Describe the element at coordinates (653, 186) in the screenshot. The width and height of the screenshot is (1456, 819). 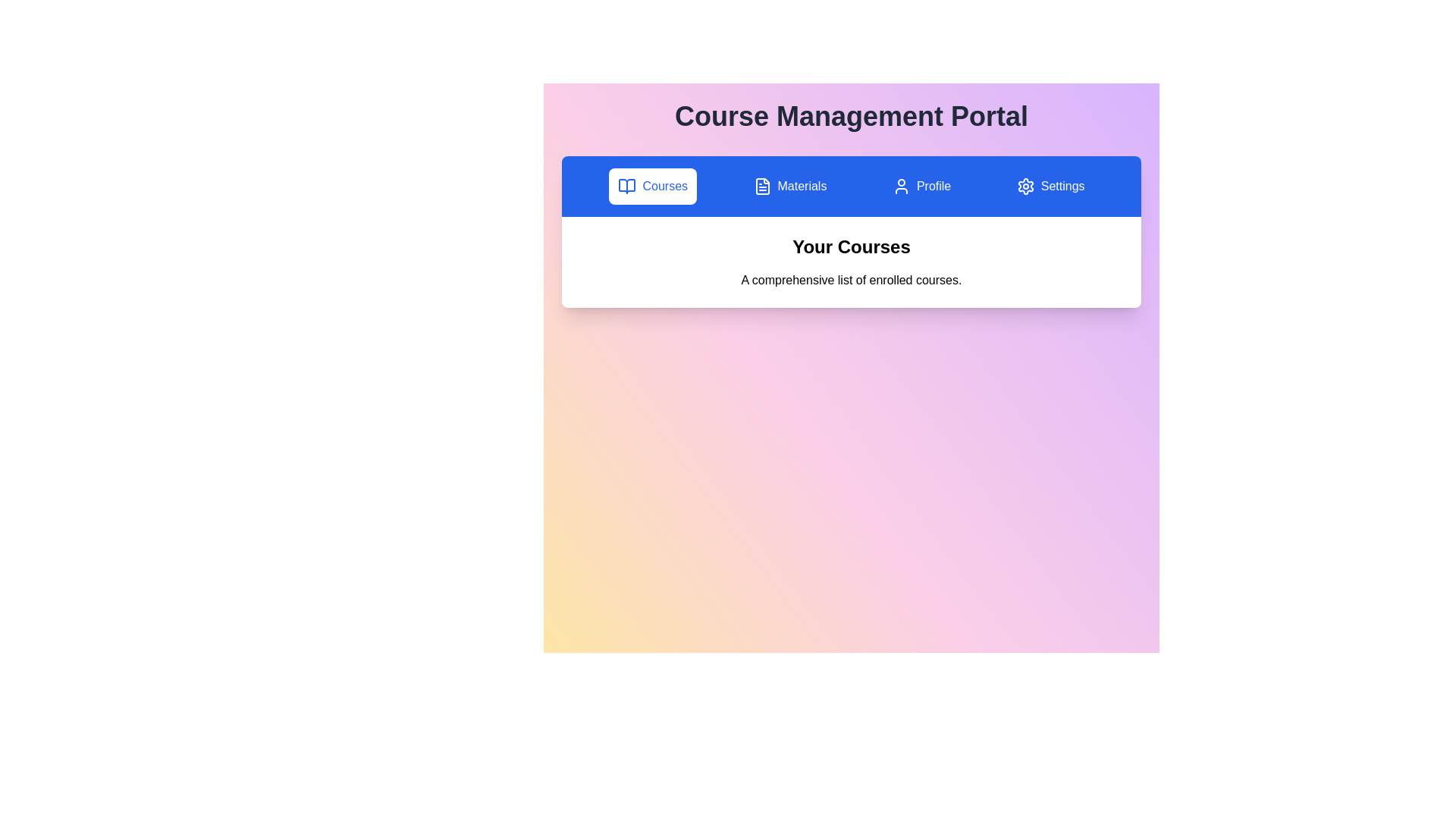
I see `the first button in the navigation bar located at the top left of the page` at that location.